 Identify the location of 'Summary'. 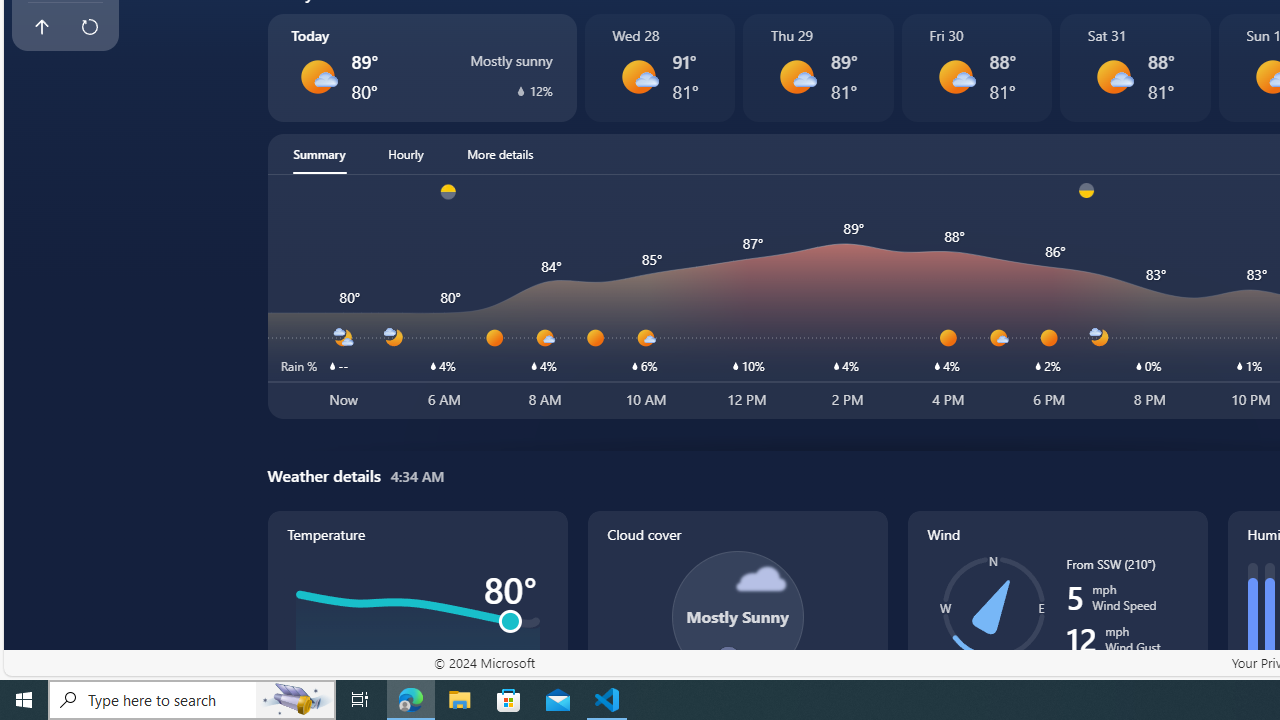
(318, 153).